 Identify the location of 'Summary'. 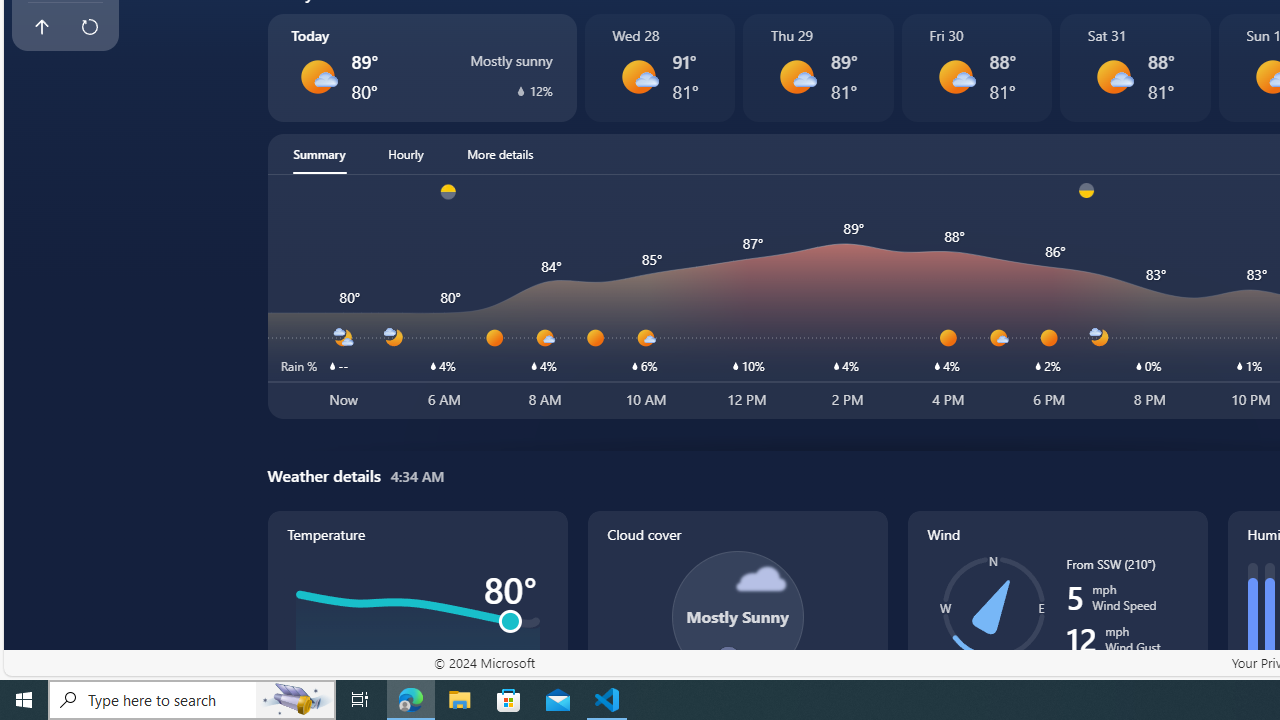
(318, 153).